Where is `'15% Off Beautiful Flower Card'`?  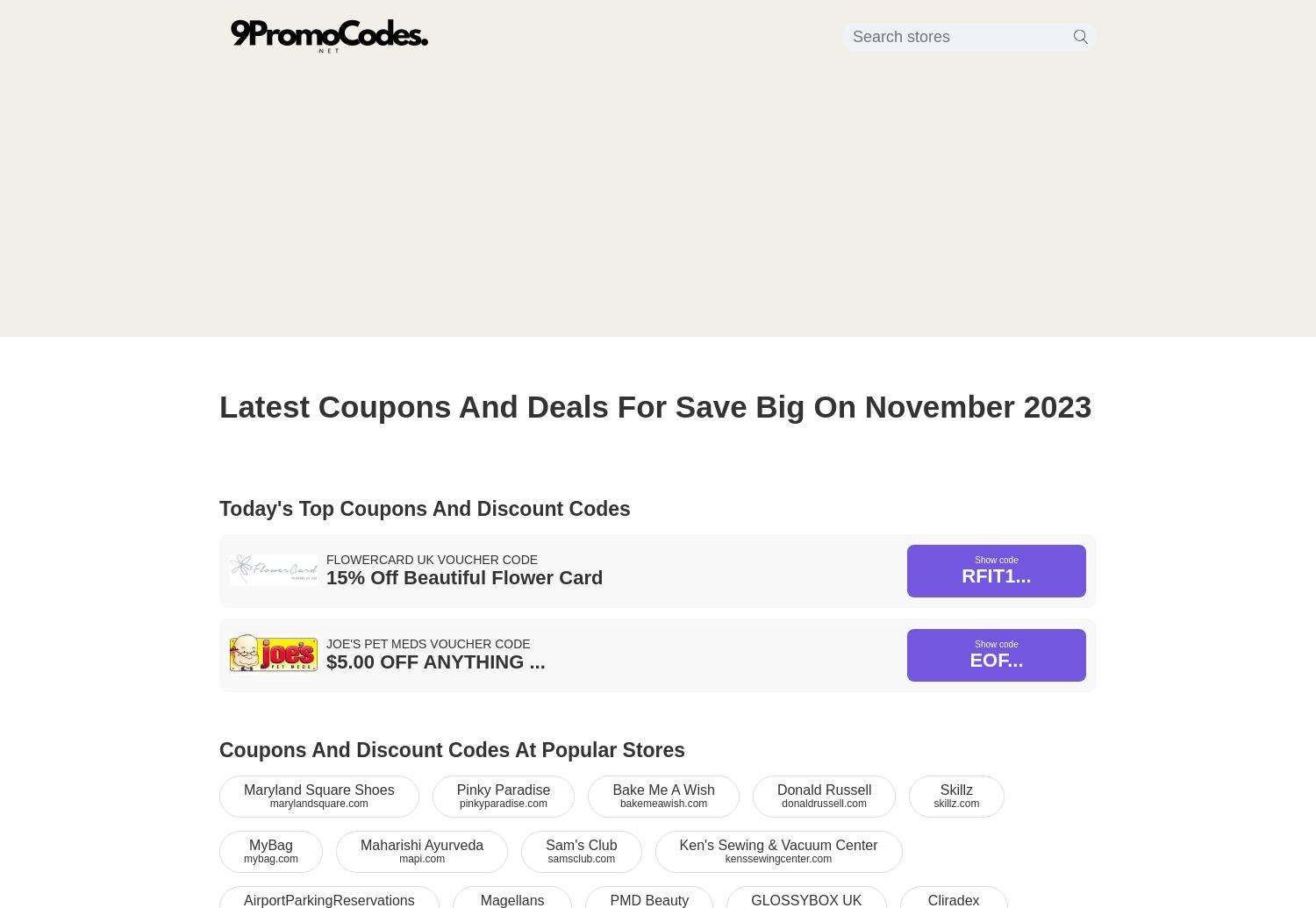 '15% Off Beautiful Flower Card' is located at coordinates (464, 576).